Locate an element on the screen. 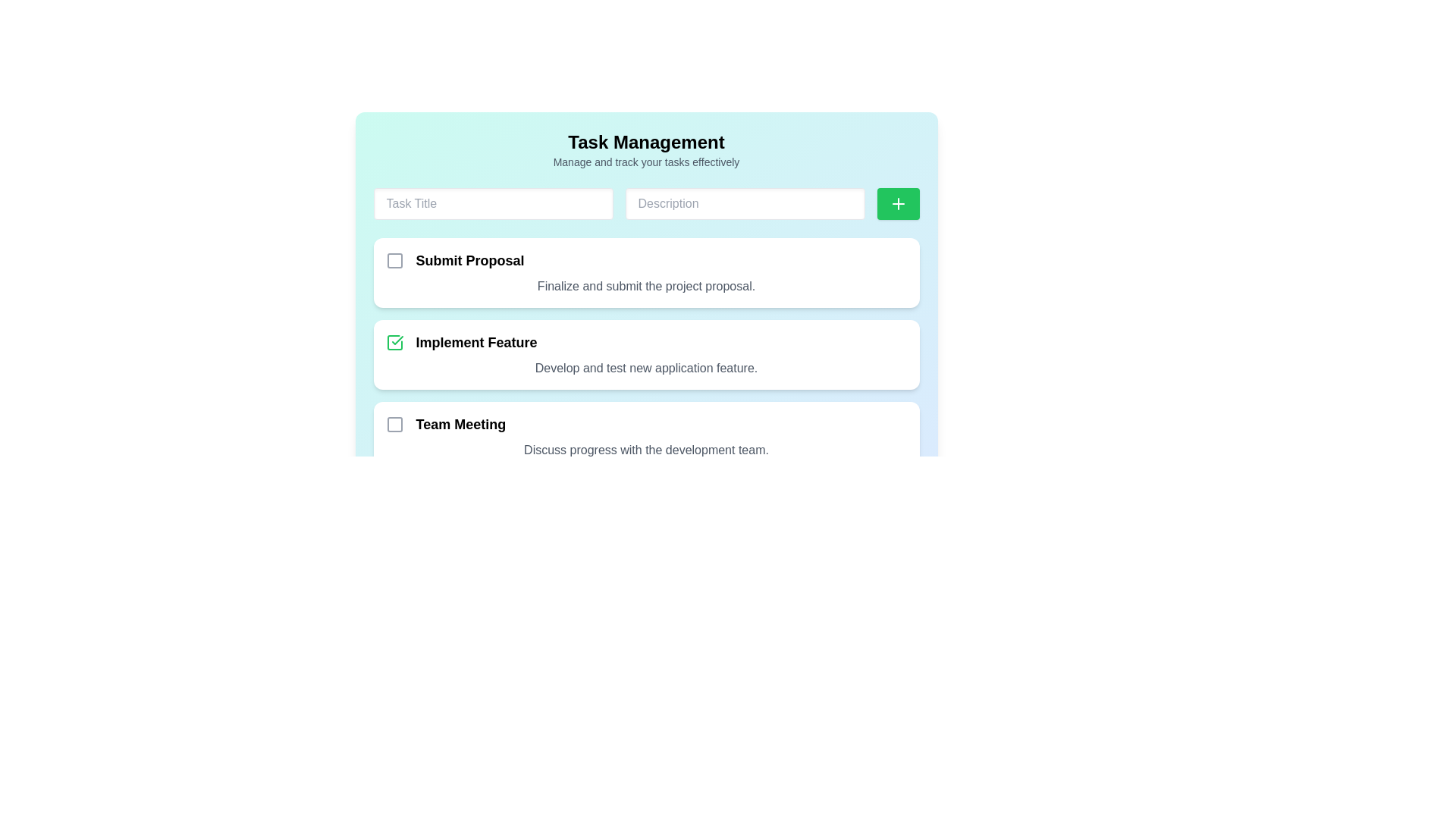  the second task card is located at coordinates (646, 354).